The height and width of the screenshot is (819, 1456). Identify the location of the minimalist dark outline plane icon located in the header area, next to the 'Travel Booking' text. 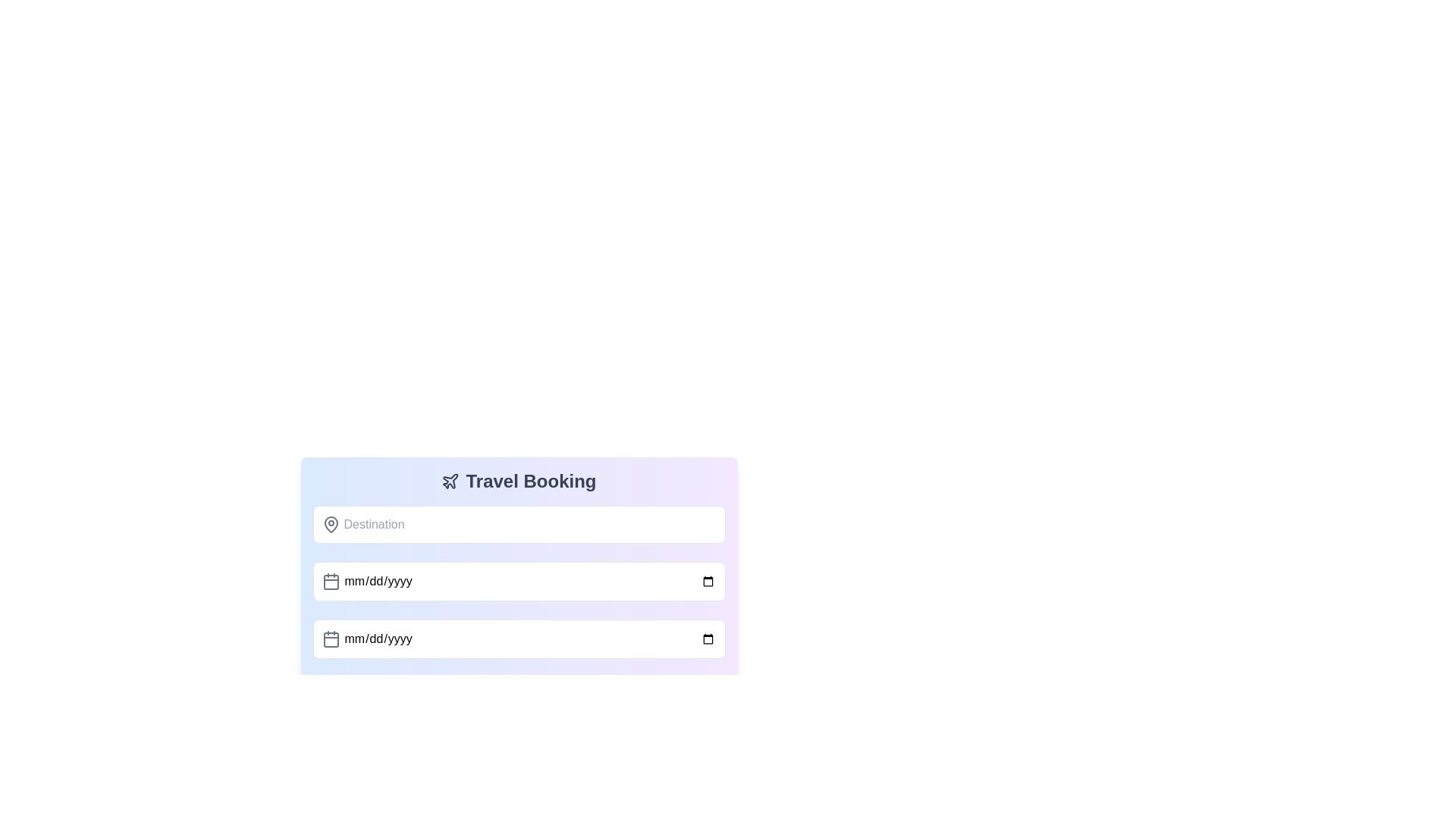
(450, 481).